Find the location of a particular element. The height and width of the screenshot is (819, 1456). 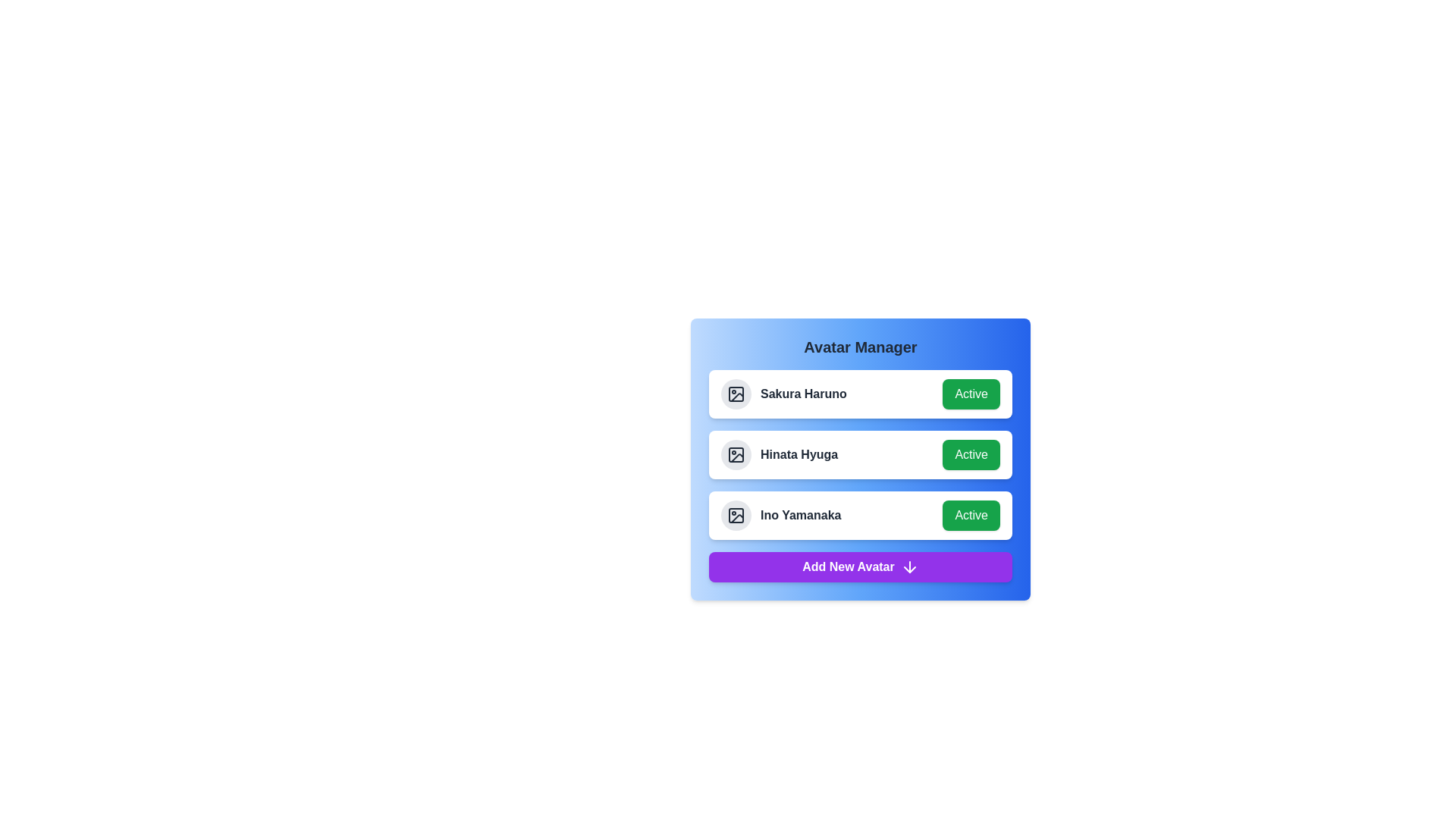

the circular gray Image placeholder icon located to the left of the name 'Hinata Hyuga' in the Avatar Manager section is located at coordinates (736, 454).